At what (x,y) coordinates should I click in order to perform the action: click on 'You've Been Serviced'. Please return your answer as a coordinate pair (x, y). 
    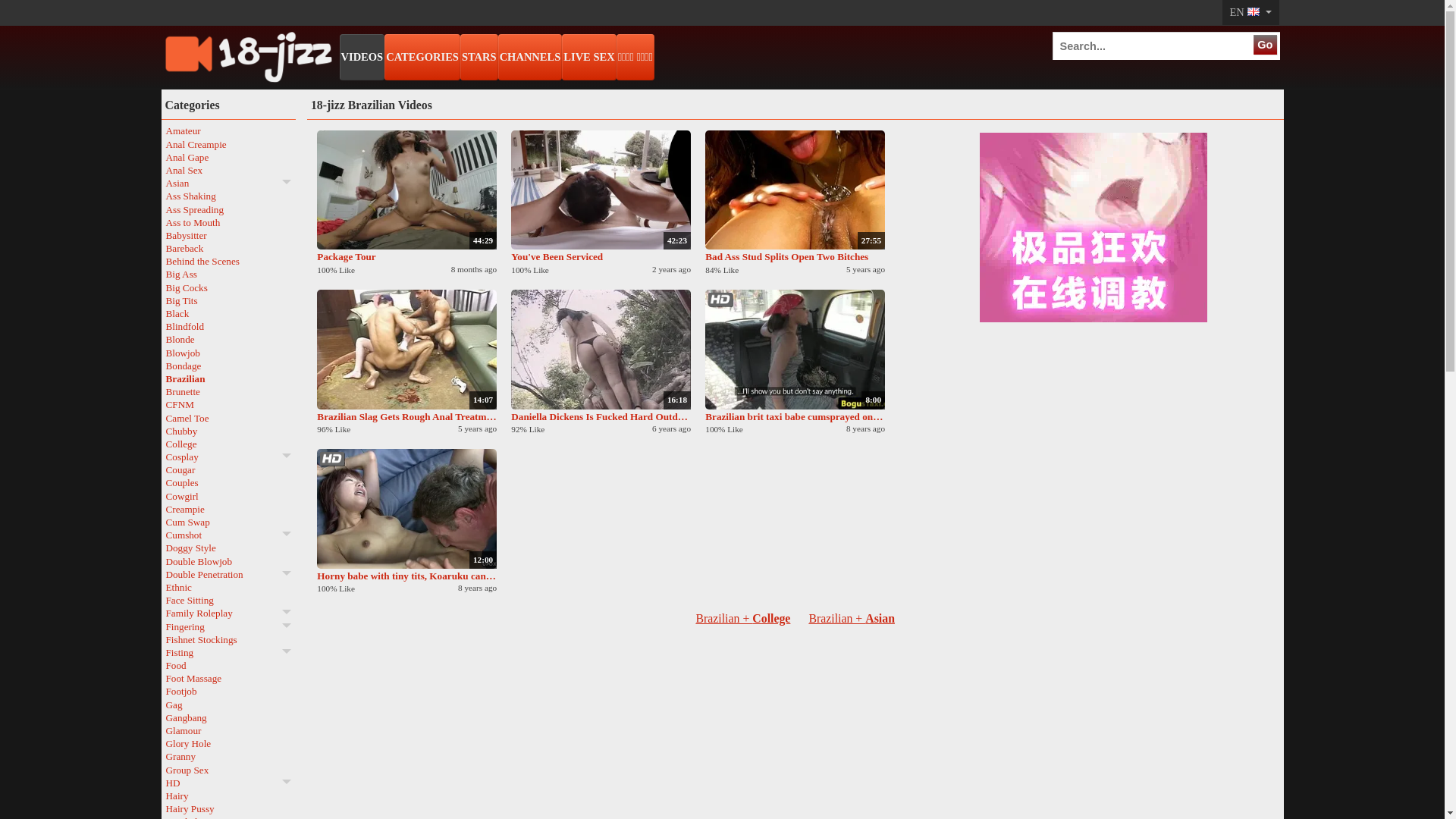
    Looking at the image, I should click on (600, 256).